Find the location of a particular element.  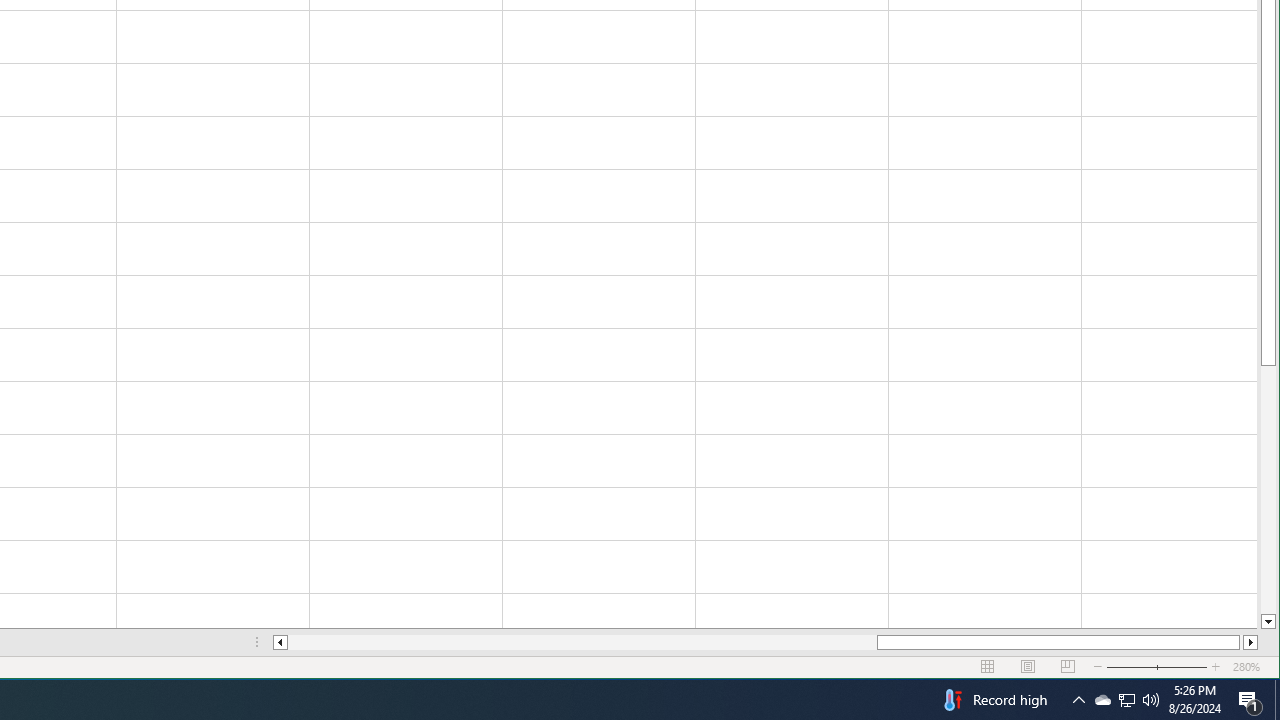

'Q2790: 100%' is located at coordinates (1101, 698).